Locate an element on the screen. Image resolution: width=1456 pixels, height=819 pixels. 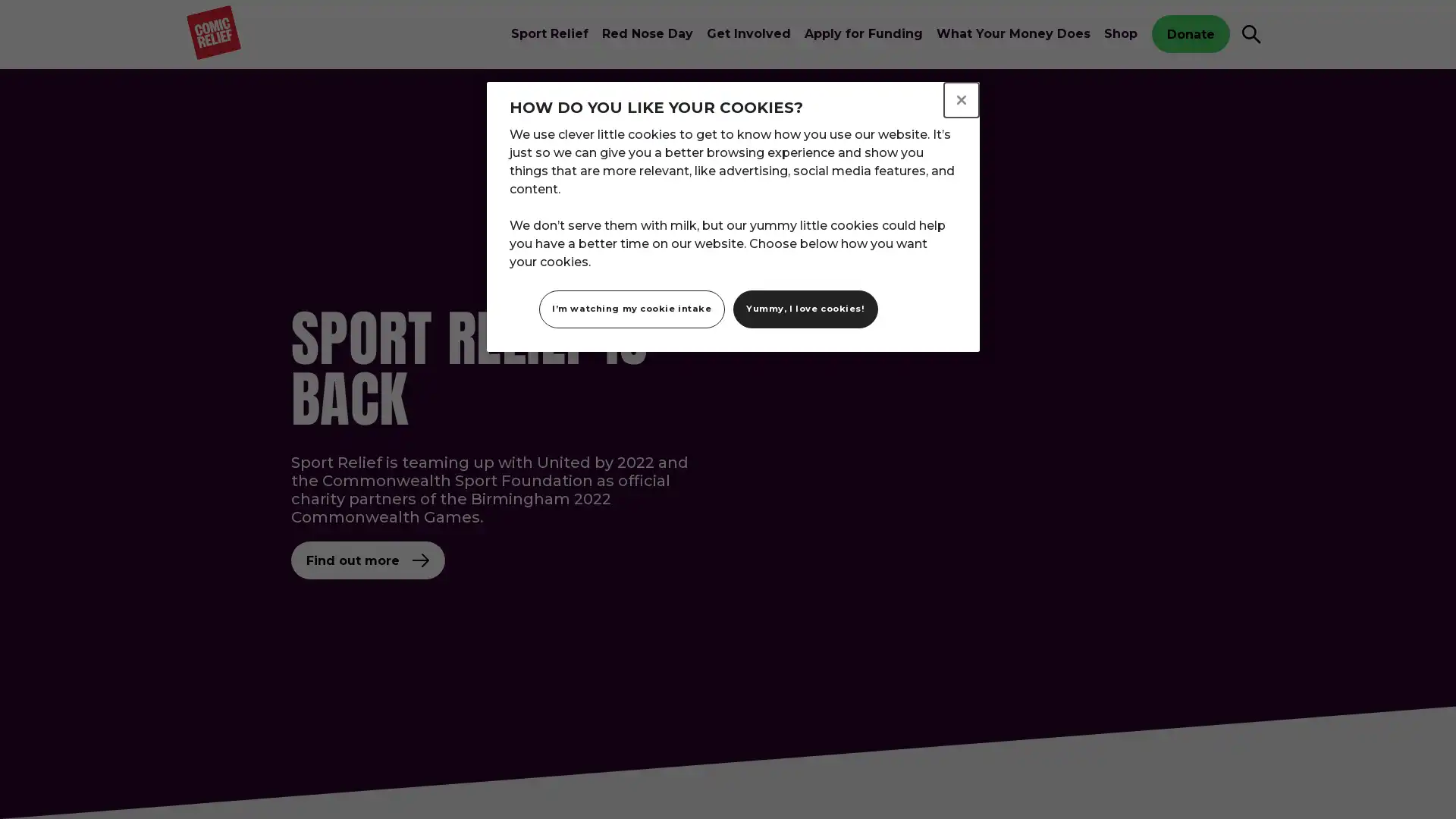
Shop (opens in new window) is located at coordinates (1121, 34).